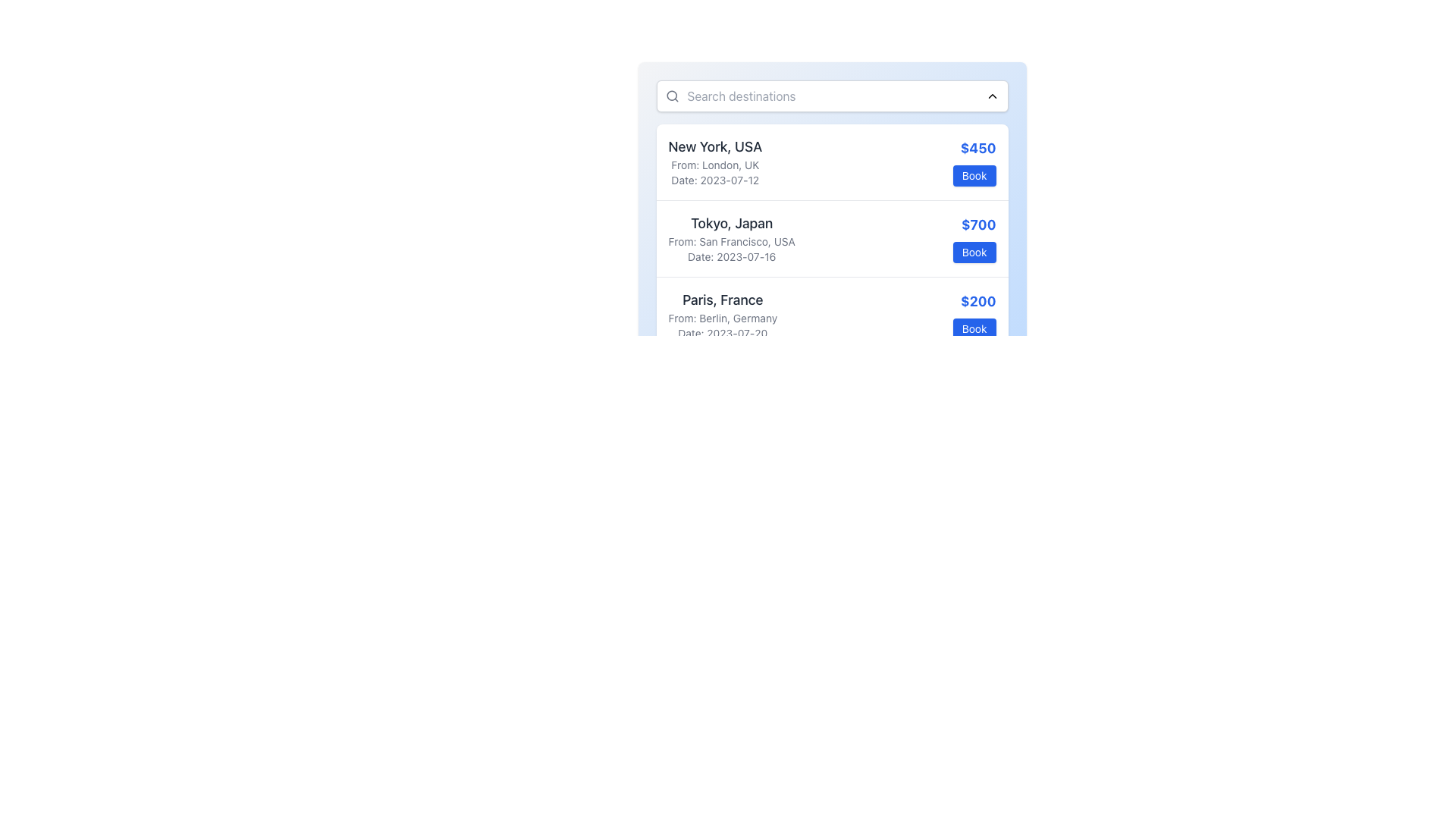  Describe the element at coordinates (974, 301) in the screenshot. I see `the text display showing the price '$200' for the travel destination 'Paris, France'` at that location.